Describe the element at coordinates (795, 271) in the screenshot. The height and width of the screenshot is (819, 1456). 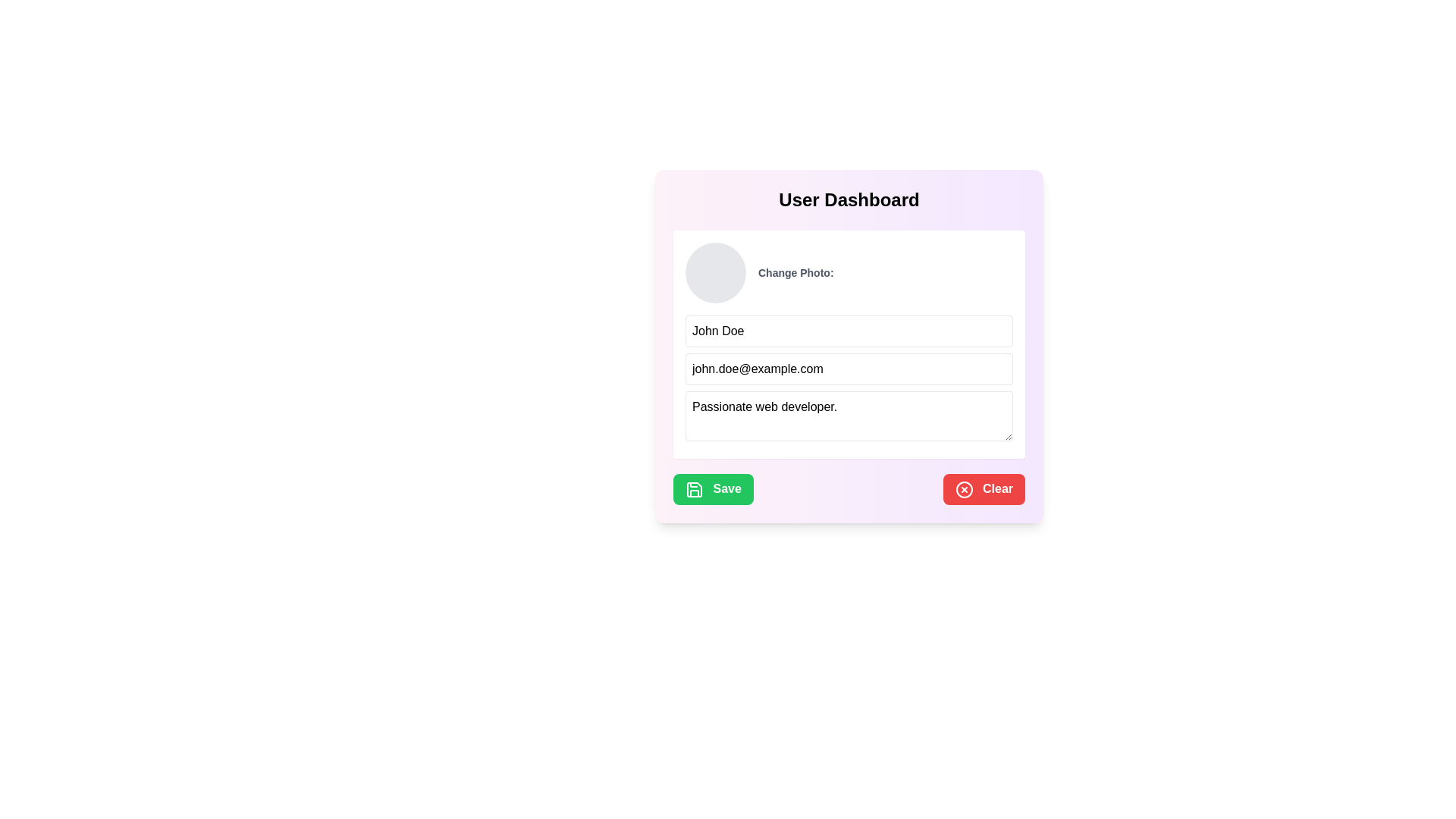
I see `the clickable text label for uploading or changing a profile photo` at that location.